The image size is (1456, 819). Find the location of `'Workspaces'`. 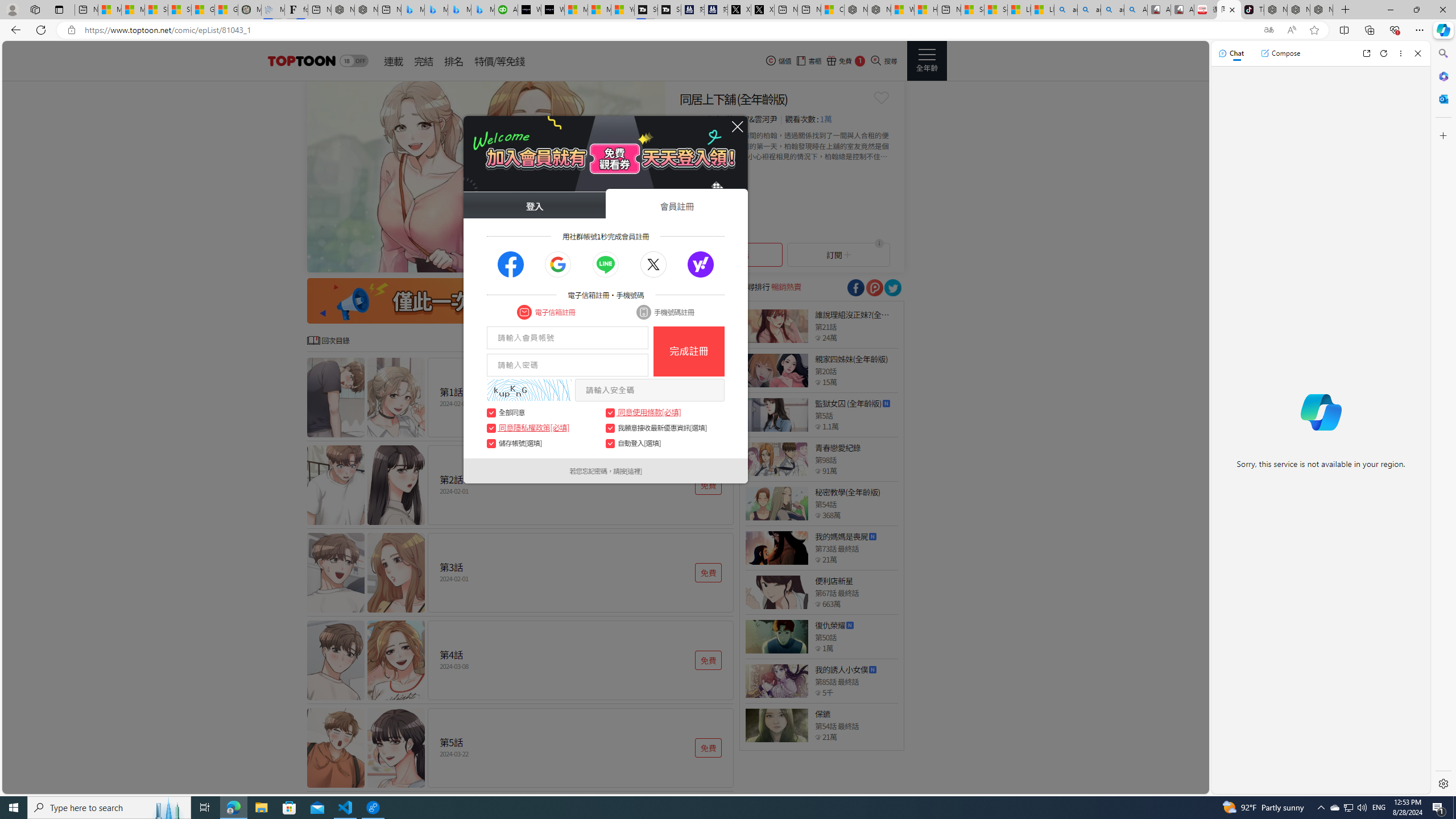

'Workspaces' is located at coordinates (35, 9).